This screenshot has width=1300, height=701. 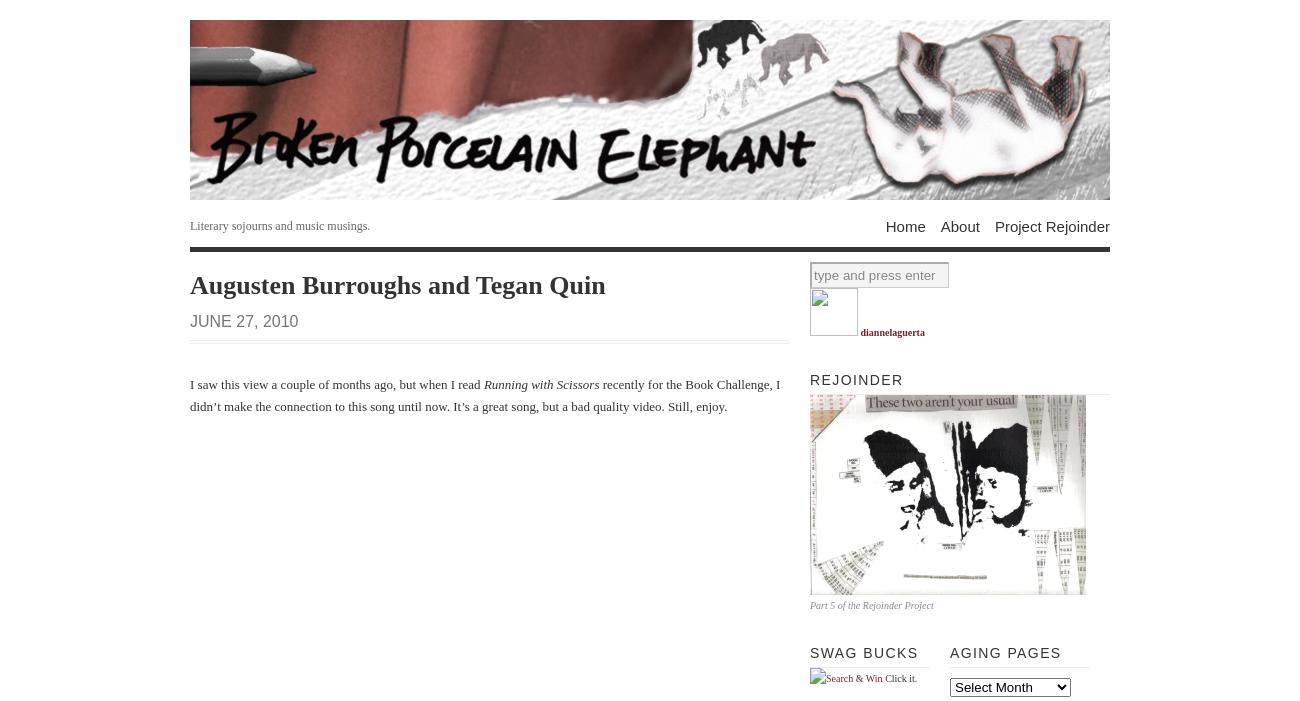 I want to click on 'Rejoinder', so click(x=856, y=380).